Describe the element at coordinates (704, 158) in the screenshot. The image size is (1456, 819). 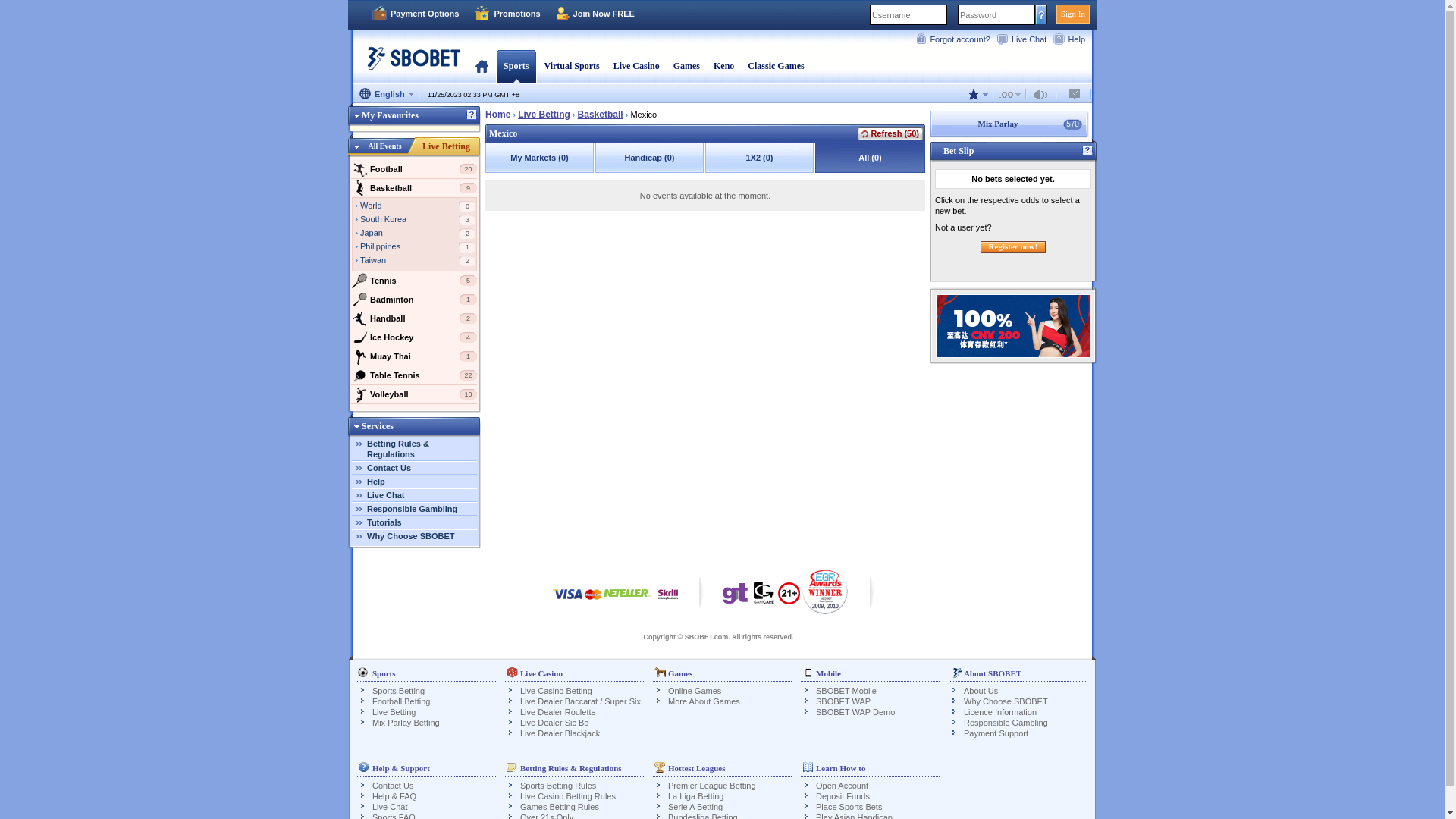
I see `'1X2 (0)'` at that location.